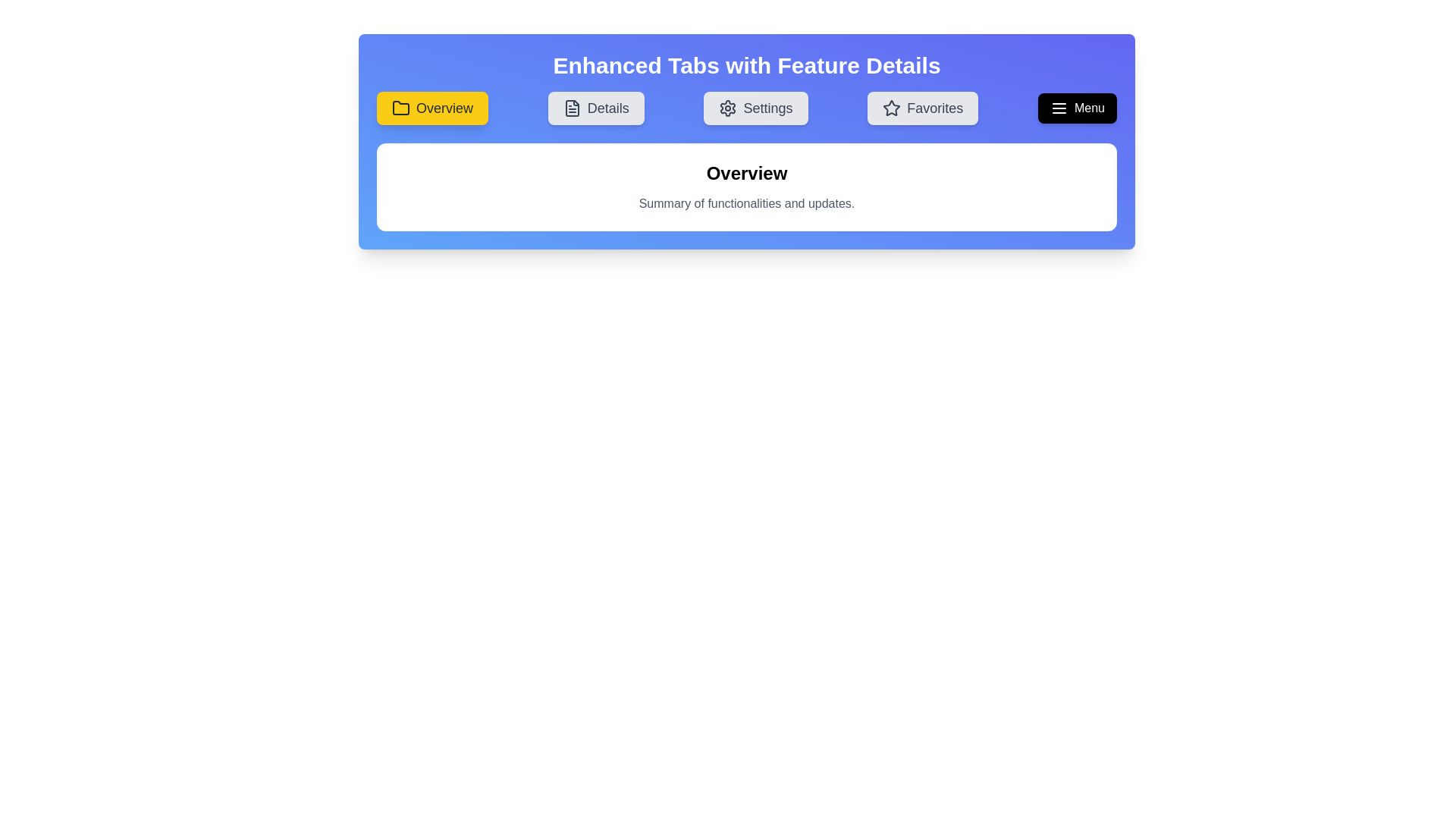  I want to click on the 'Overview' button located at the top left of the yellow button, which this icon visually decorates, so click(400, 107).